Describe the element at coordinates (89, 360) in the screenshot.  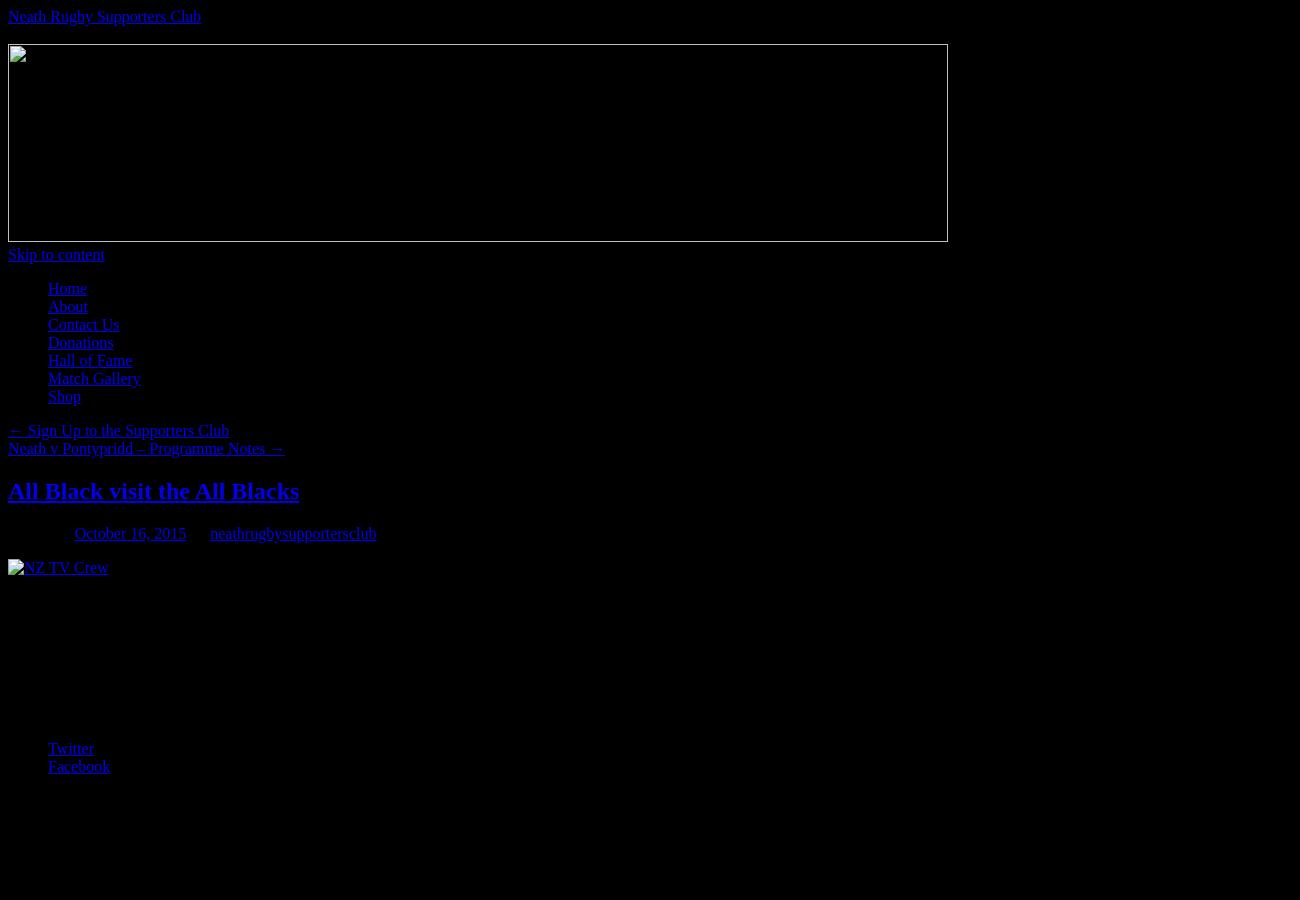
I see `'Hall of Fame'` at that location.